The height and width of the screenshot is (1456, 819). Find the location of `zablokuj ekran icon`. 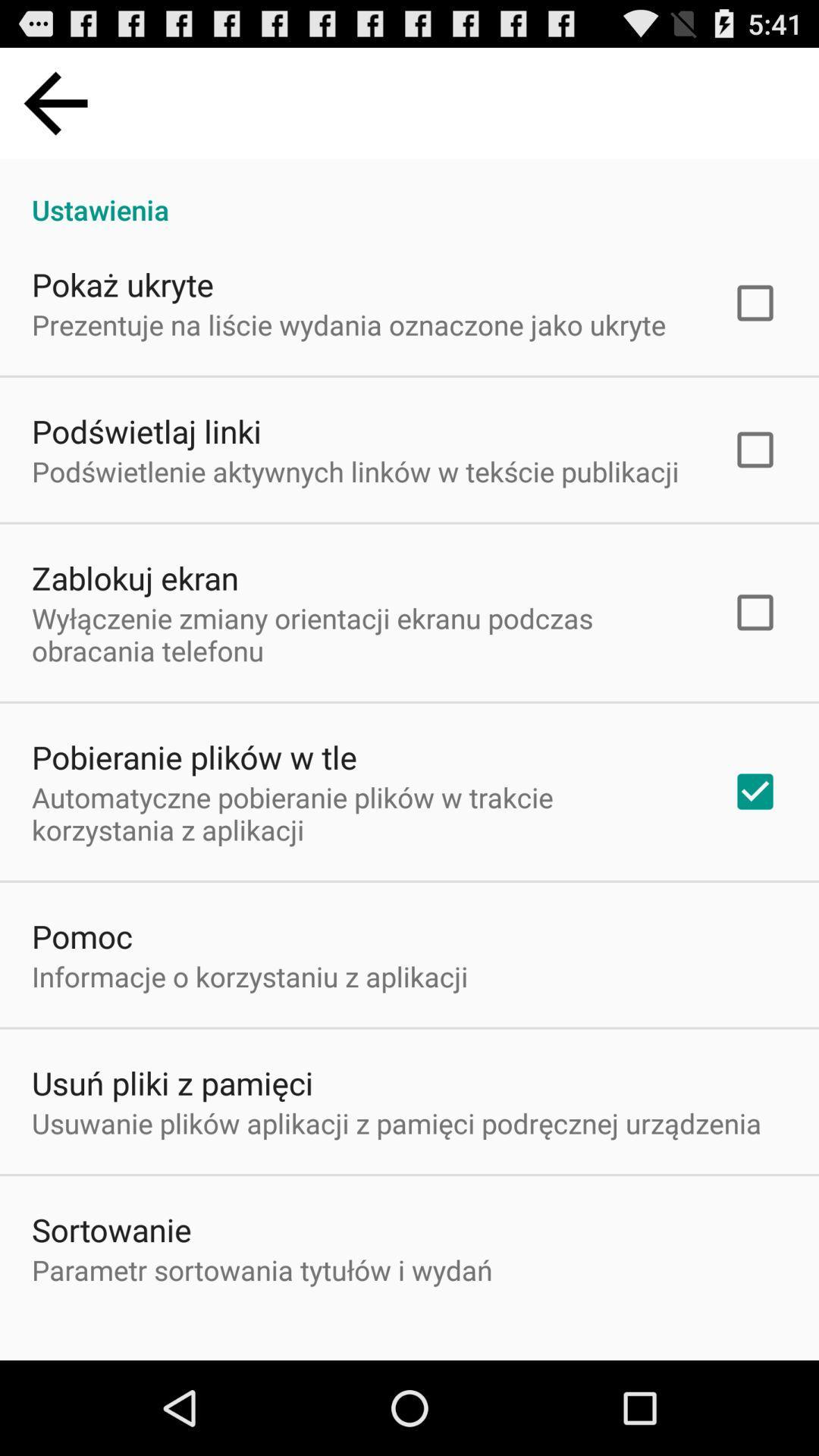

zablokuj ekran icon is located at coordinates (134, 577).